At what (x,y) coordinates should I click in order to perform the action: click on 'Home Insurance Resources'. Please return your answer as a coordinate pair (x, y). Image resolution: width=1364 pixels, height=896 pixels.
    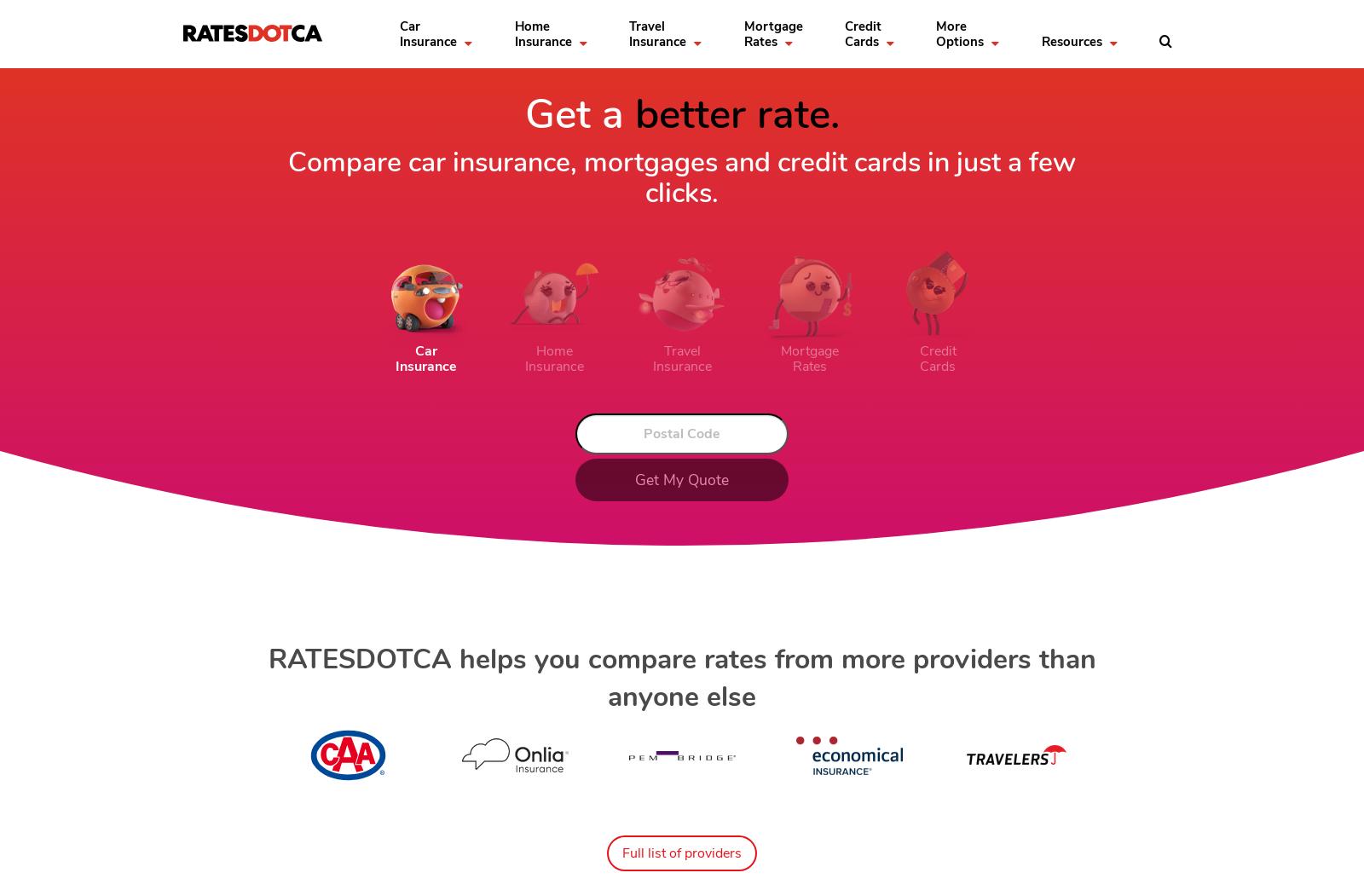
    Looking at the image, I should click on (531, 99).